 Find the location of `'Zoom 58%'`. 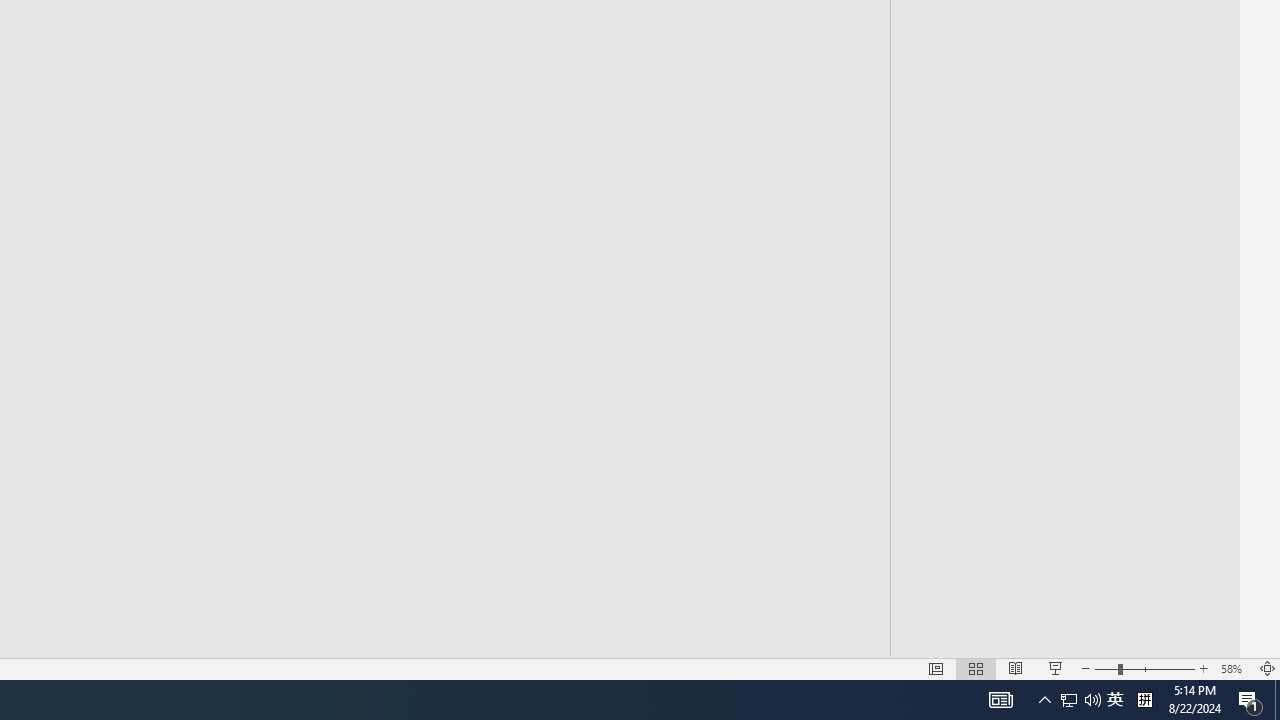

'Zoom 58%' is located at coordinates (1233, 669).